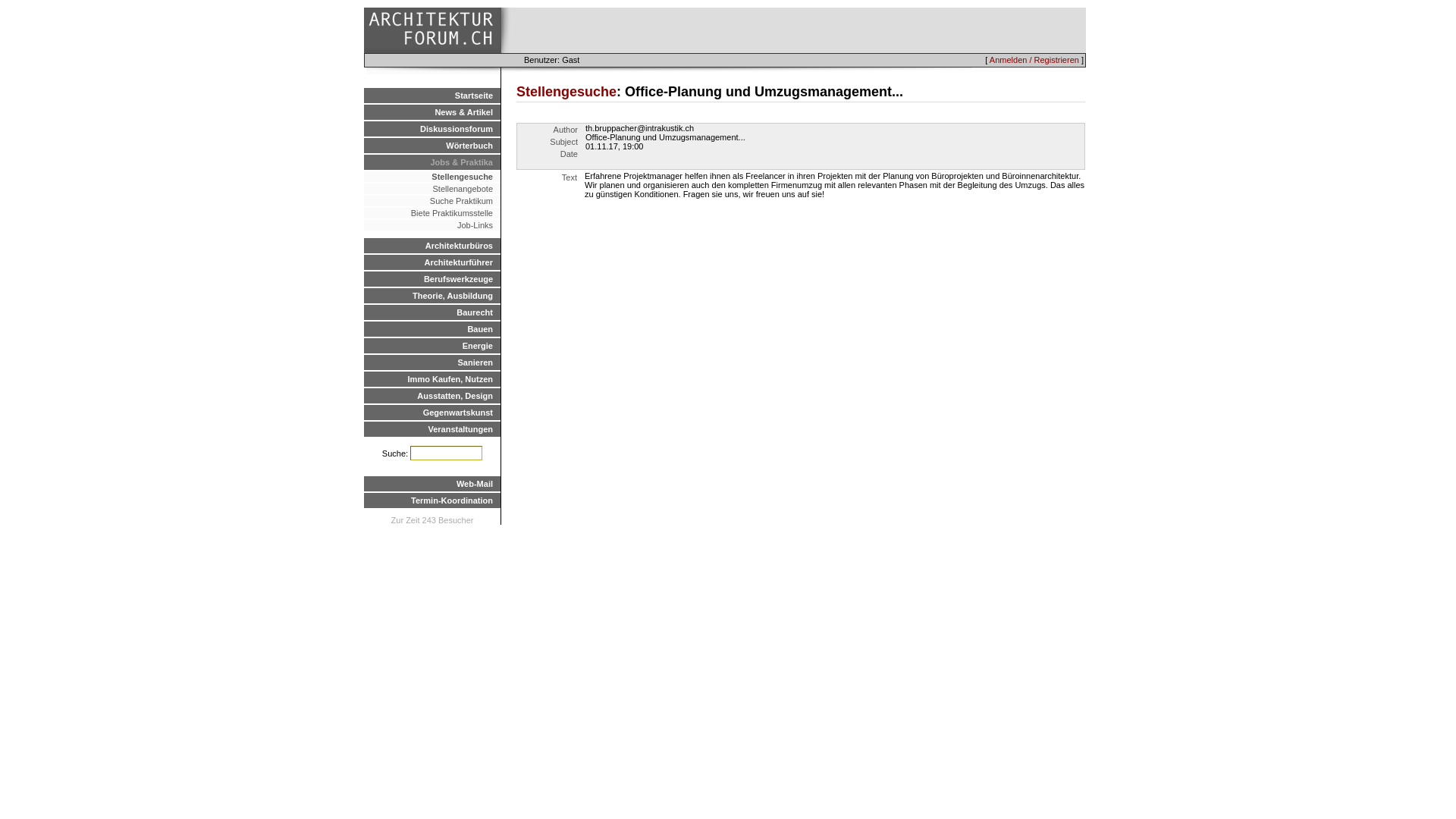 Image resolution: width=1456 pixels, height=819 pixels. What do you see at coordinates (431, 200) in the screenshot?
I see `'Suche Praktikum'` at bounding box center [431, 200].